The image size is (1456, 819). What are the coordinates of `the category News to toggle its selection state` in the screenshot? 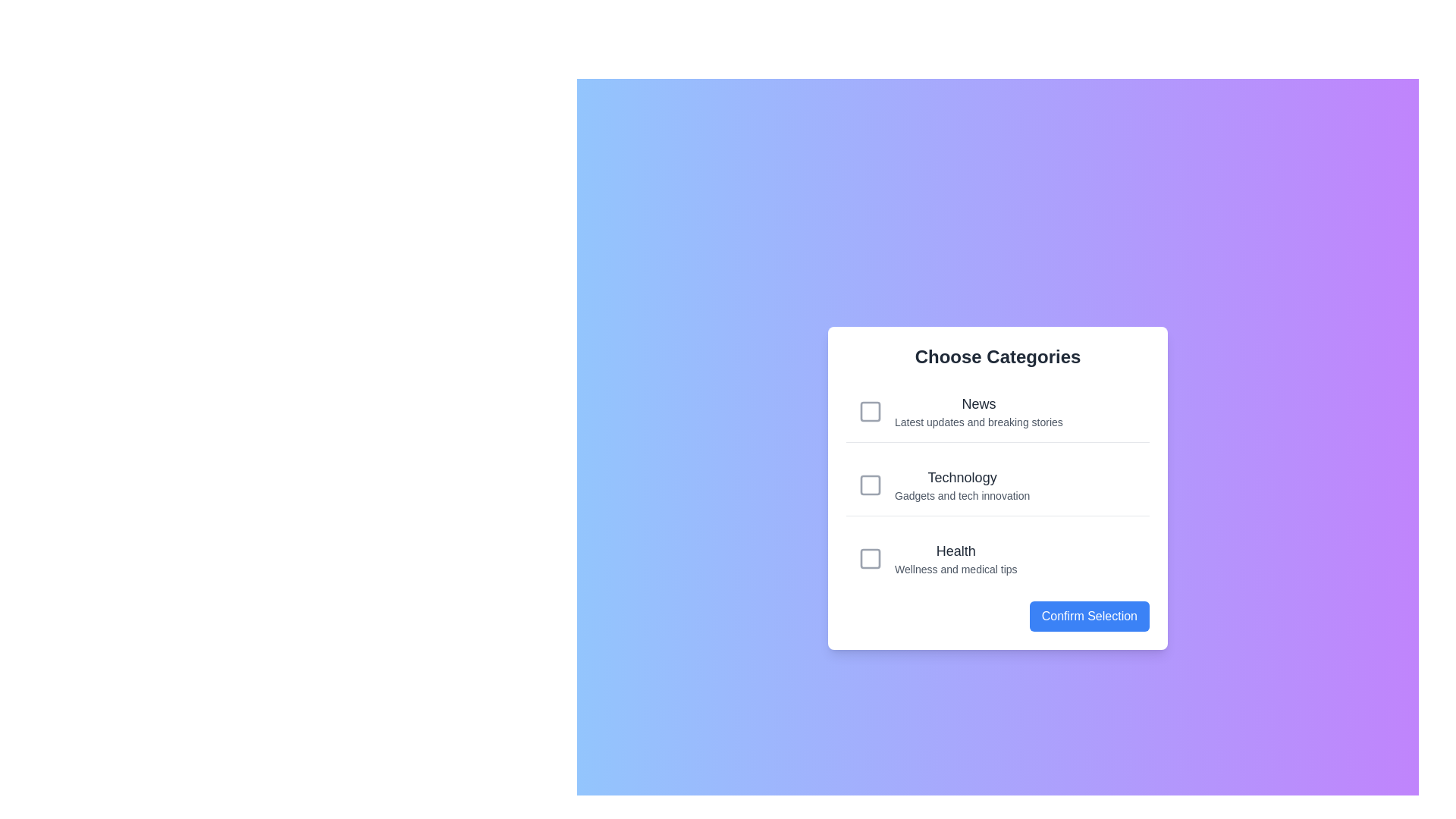 It's located at (997, 412).